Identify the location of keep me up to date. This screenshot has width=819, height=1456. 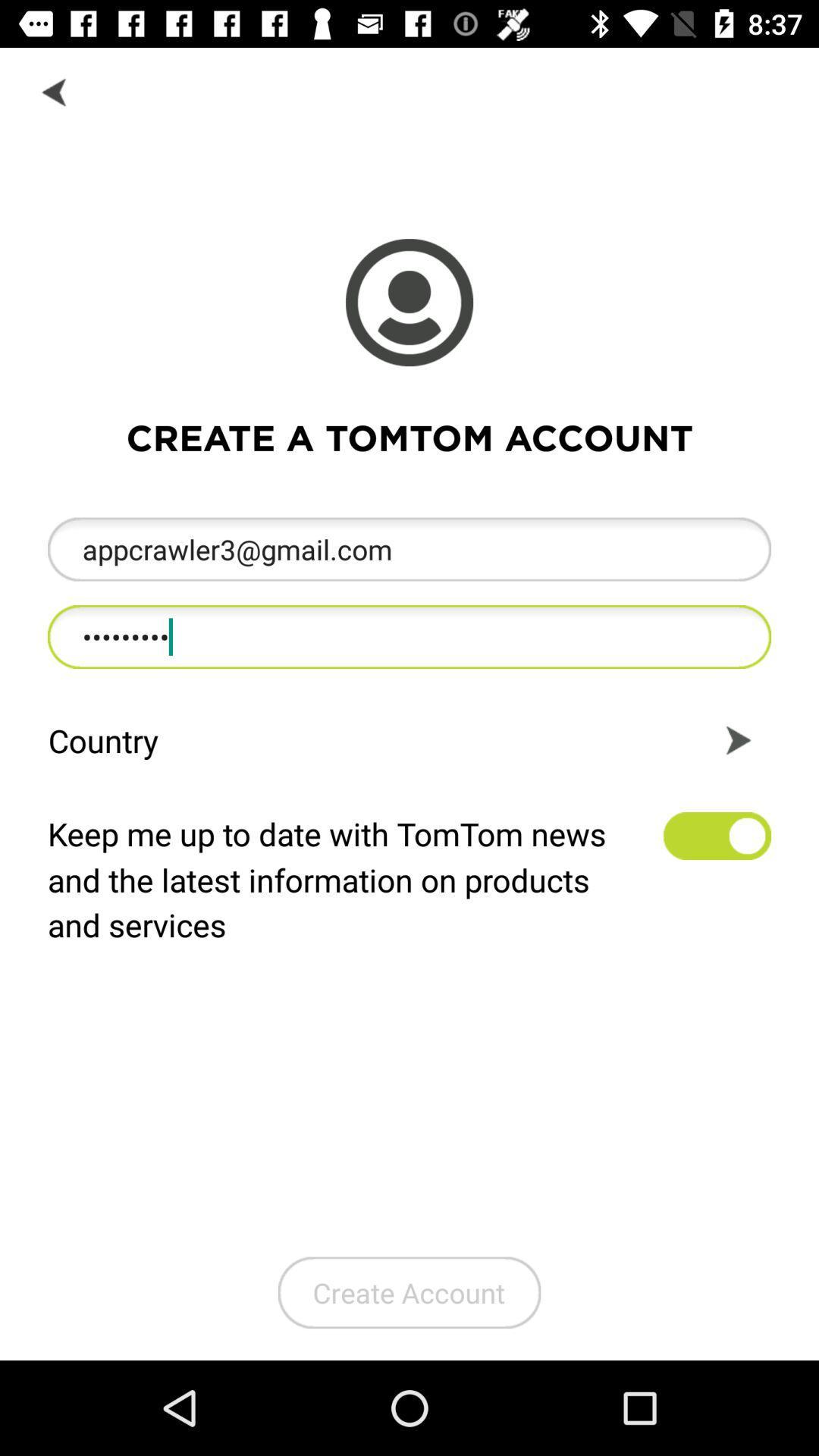
(717, 835).